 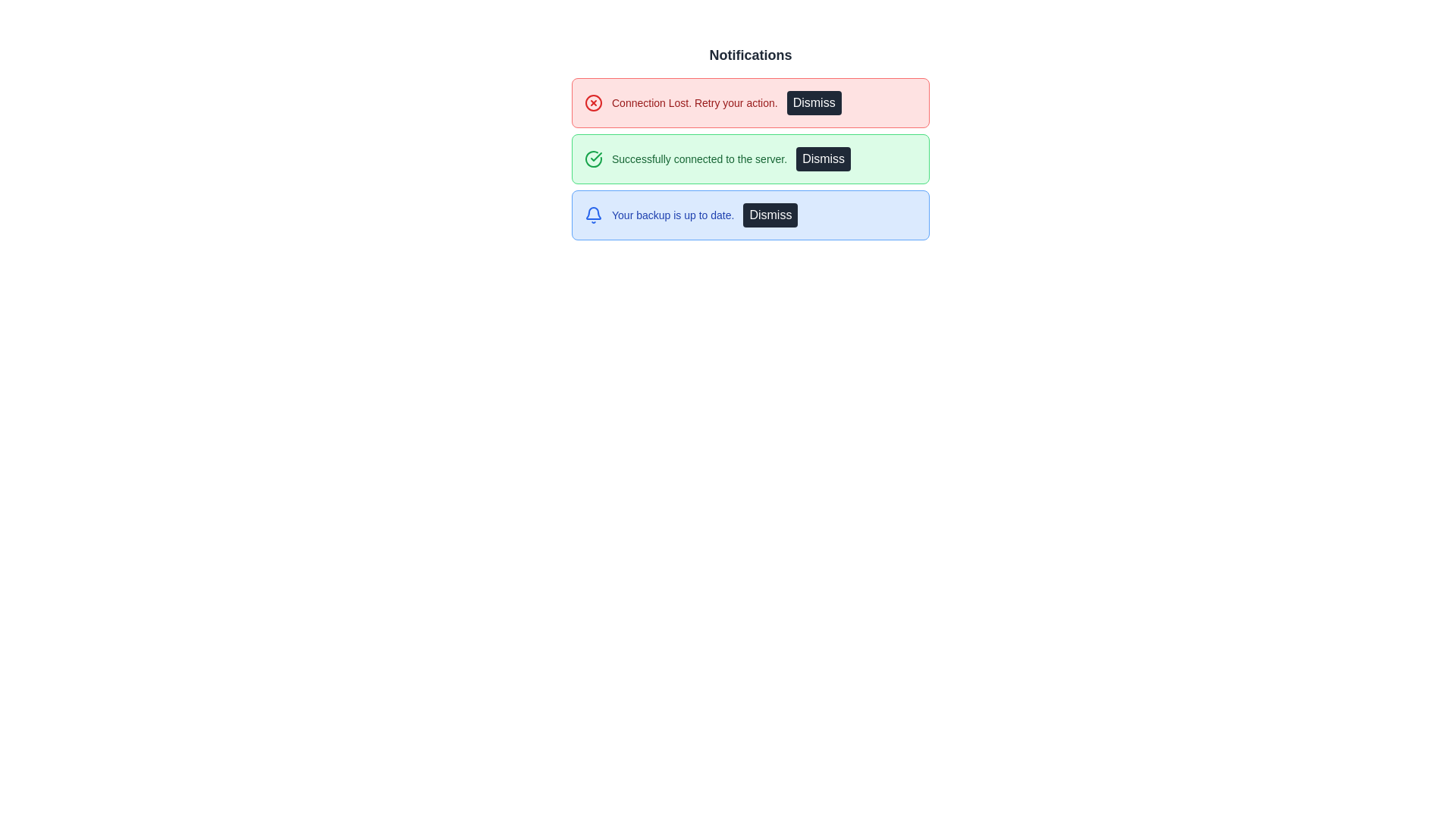 I want to click on the warning or error icon located in the top notification bar, to the left of the text 'Connection Lost. Retry your action.', so click(x=592, y=102).